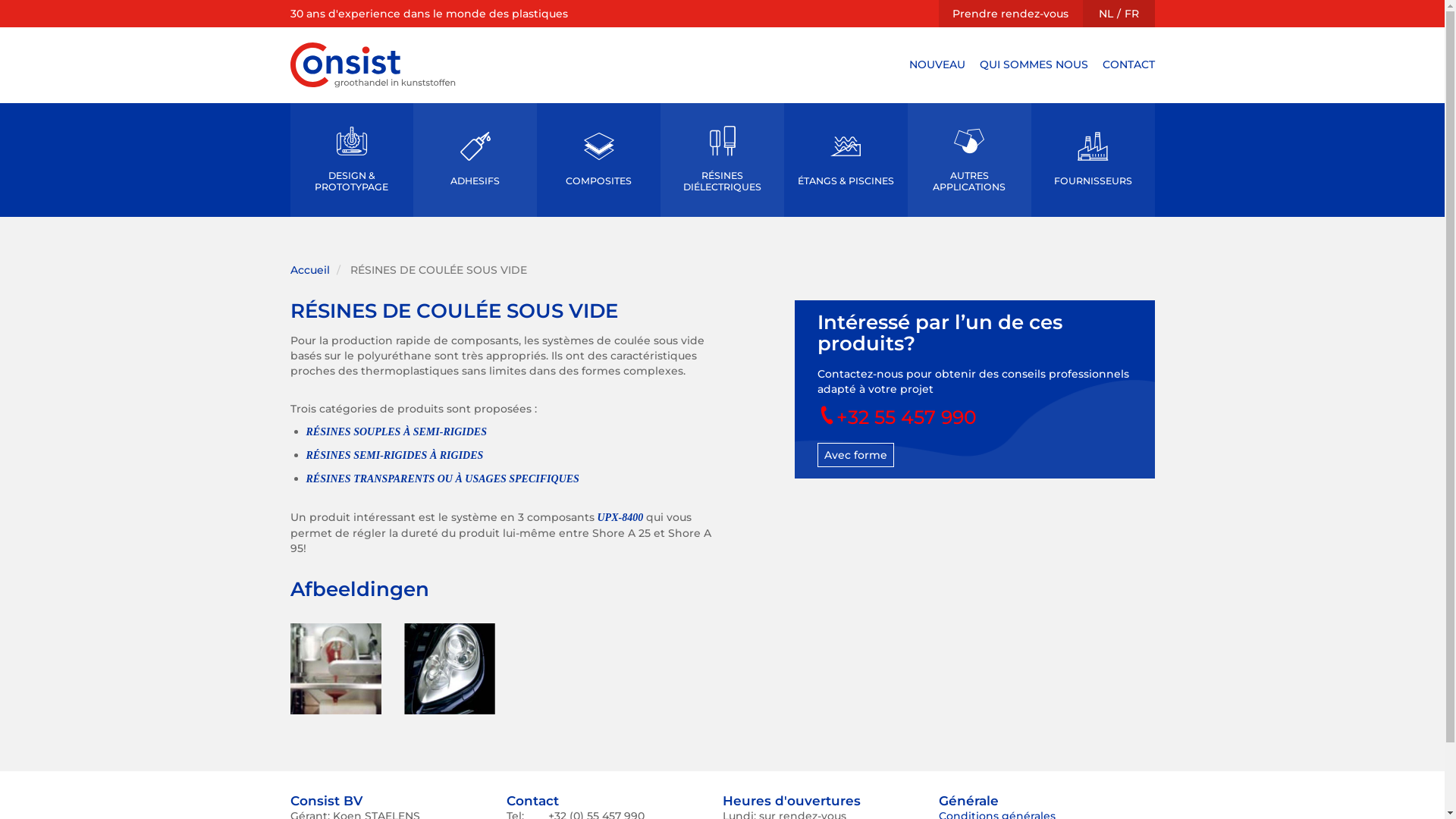  What do you see at coordinates (855, 454) in the screenshot?
I see `'Avec forme'` at bounding box center [855, 454].